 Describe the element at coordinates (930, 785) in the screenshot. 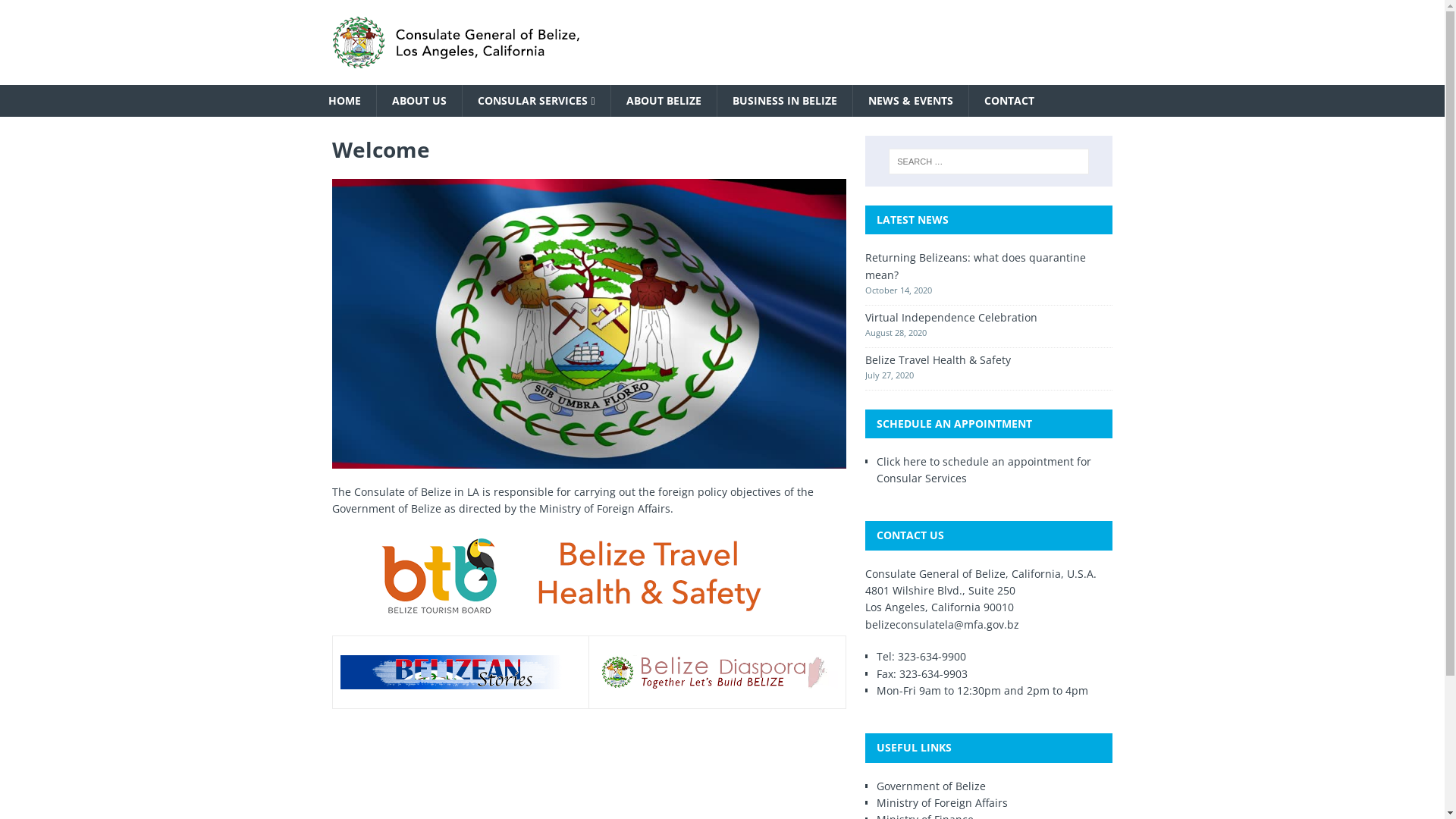

I see `'Government of Belize'` at that location.